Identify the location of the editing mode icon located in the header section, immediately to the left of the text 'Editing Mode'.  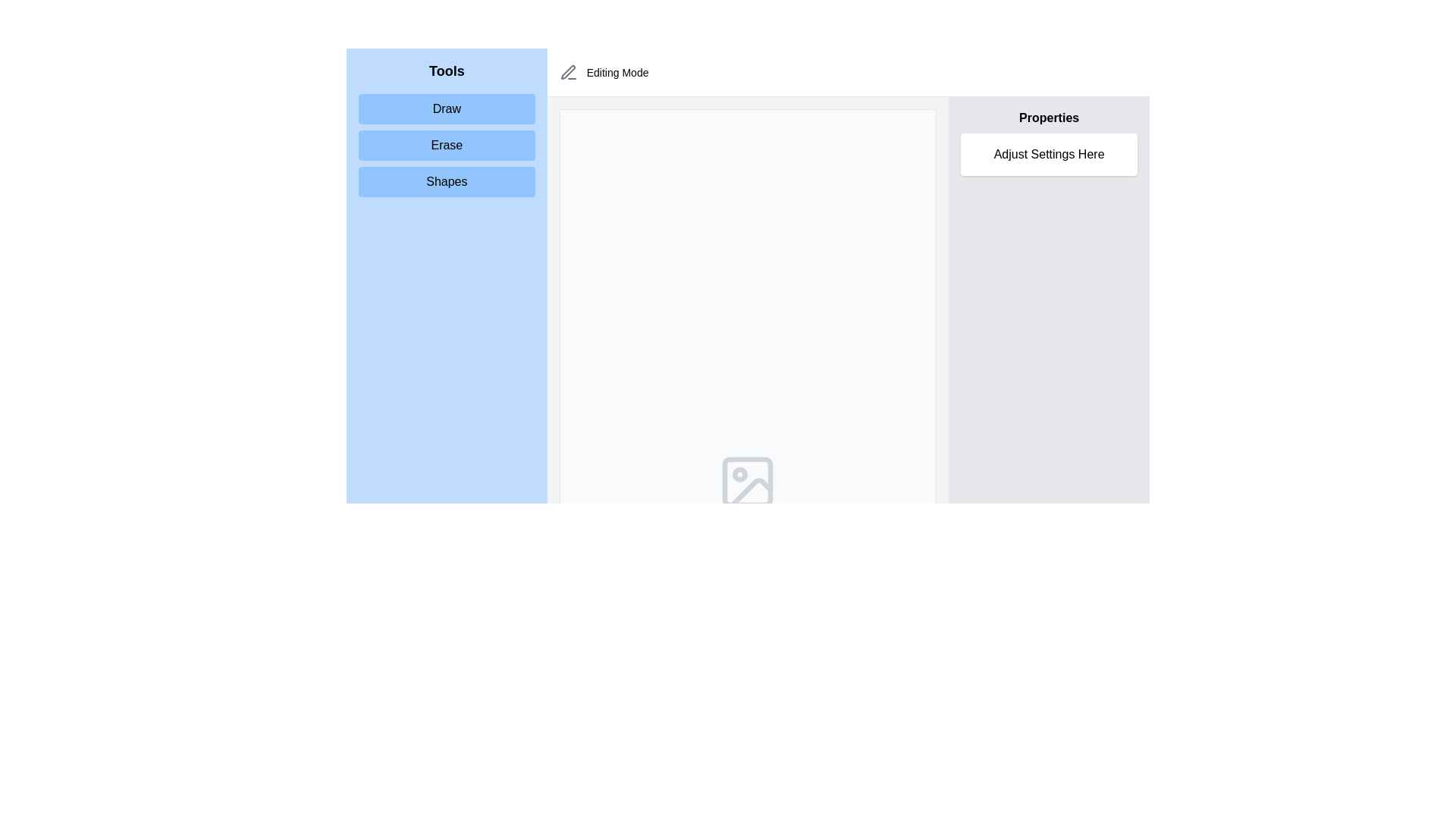
(567, 72).